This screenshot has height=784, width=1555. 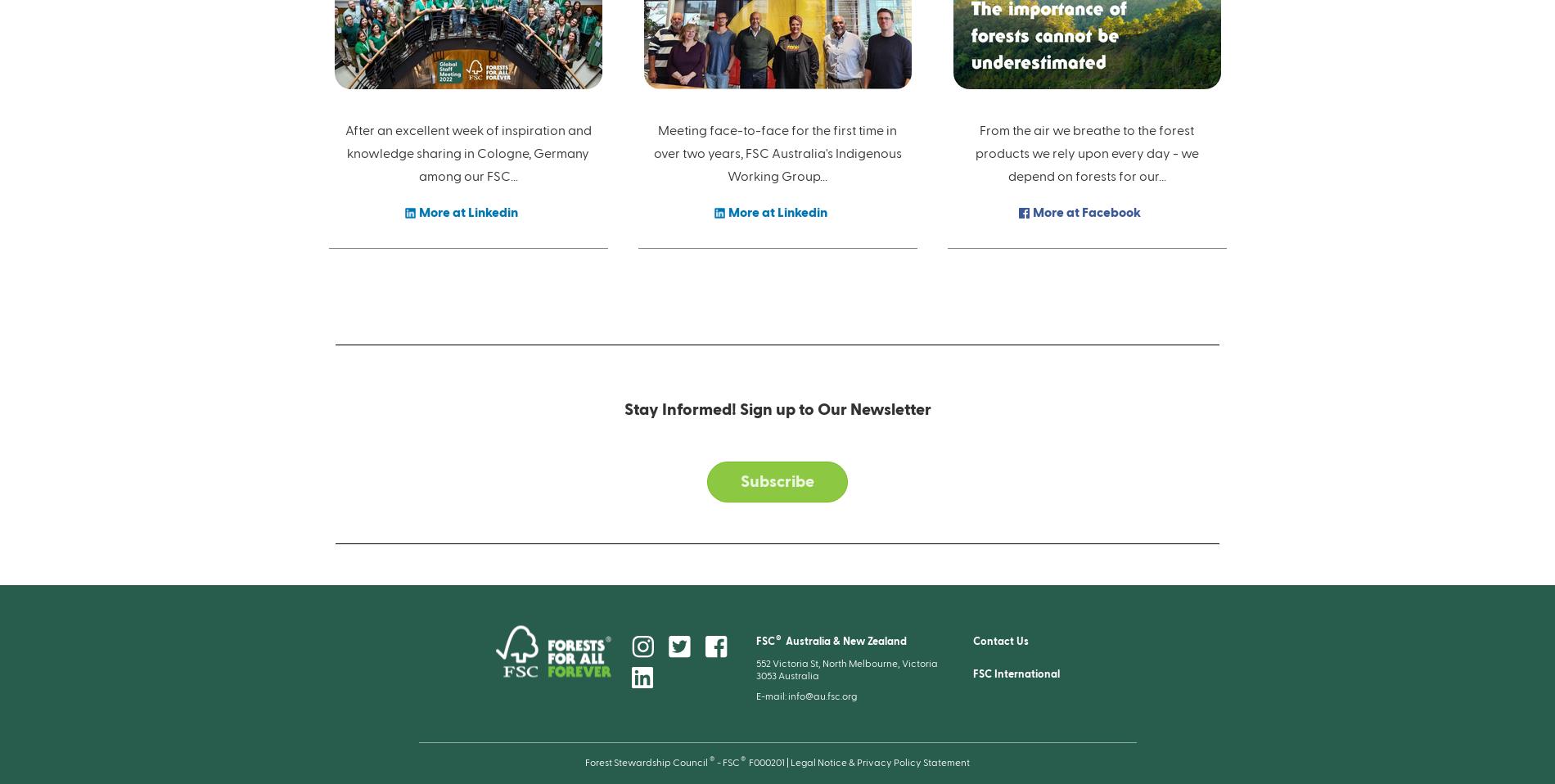 I want to click on 'Subscribe', so click(x=777, y=481).